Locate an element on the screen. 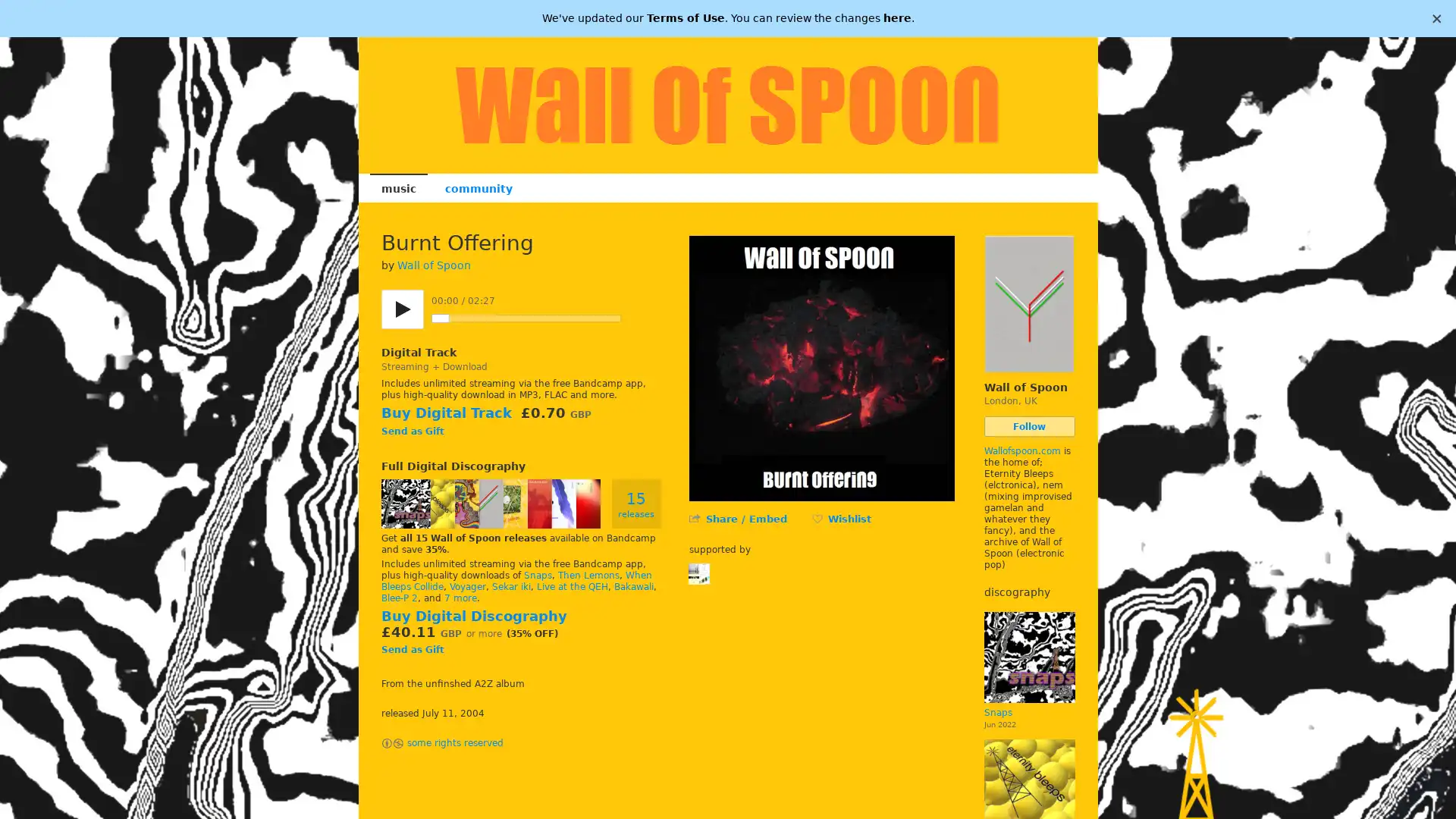 This screenshot has height=819, width=1456. Send as Gift is located at coordinates (412, 432).